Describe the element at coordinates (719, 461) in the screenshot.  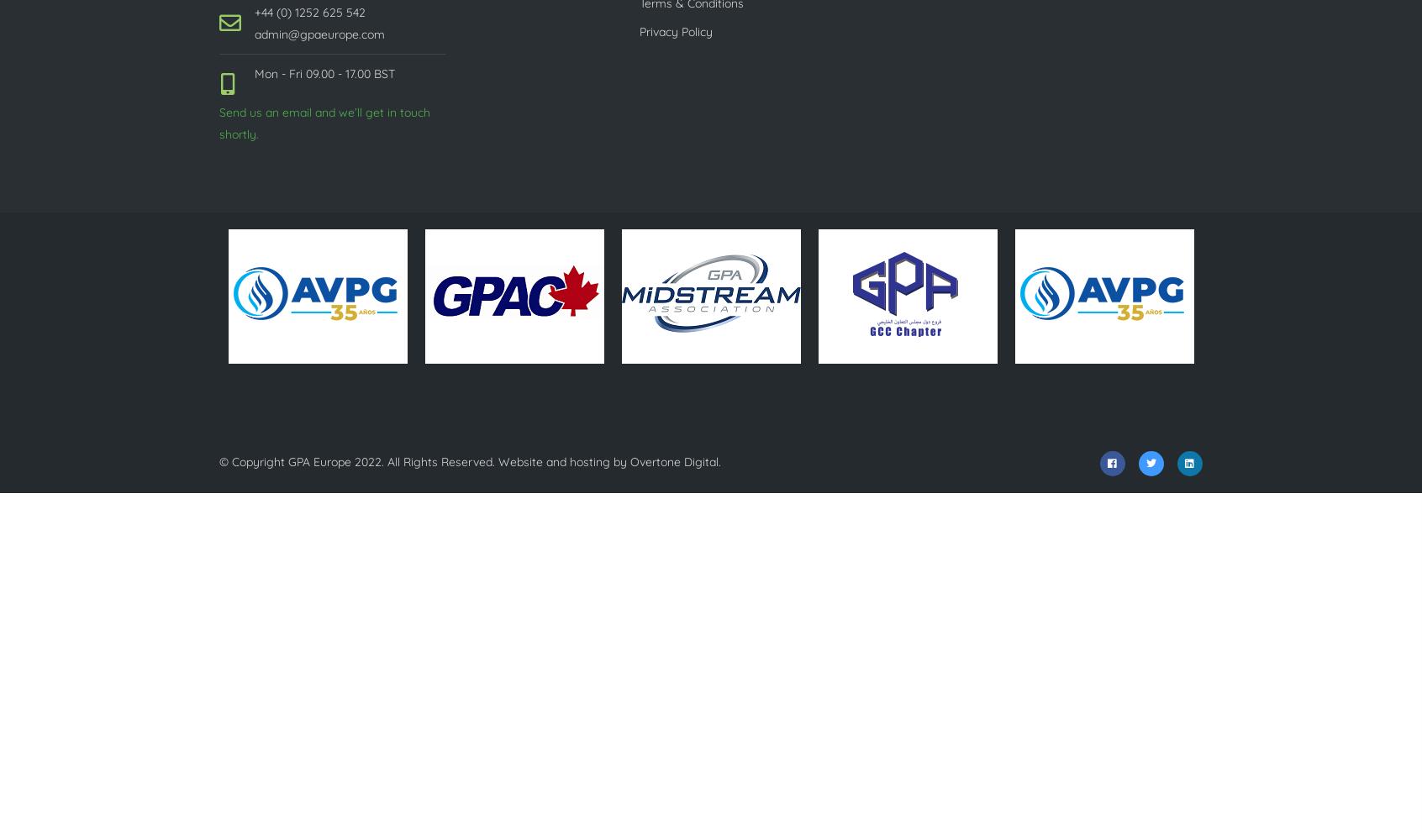
I see `'.'` at that location.